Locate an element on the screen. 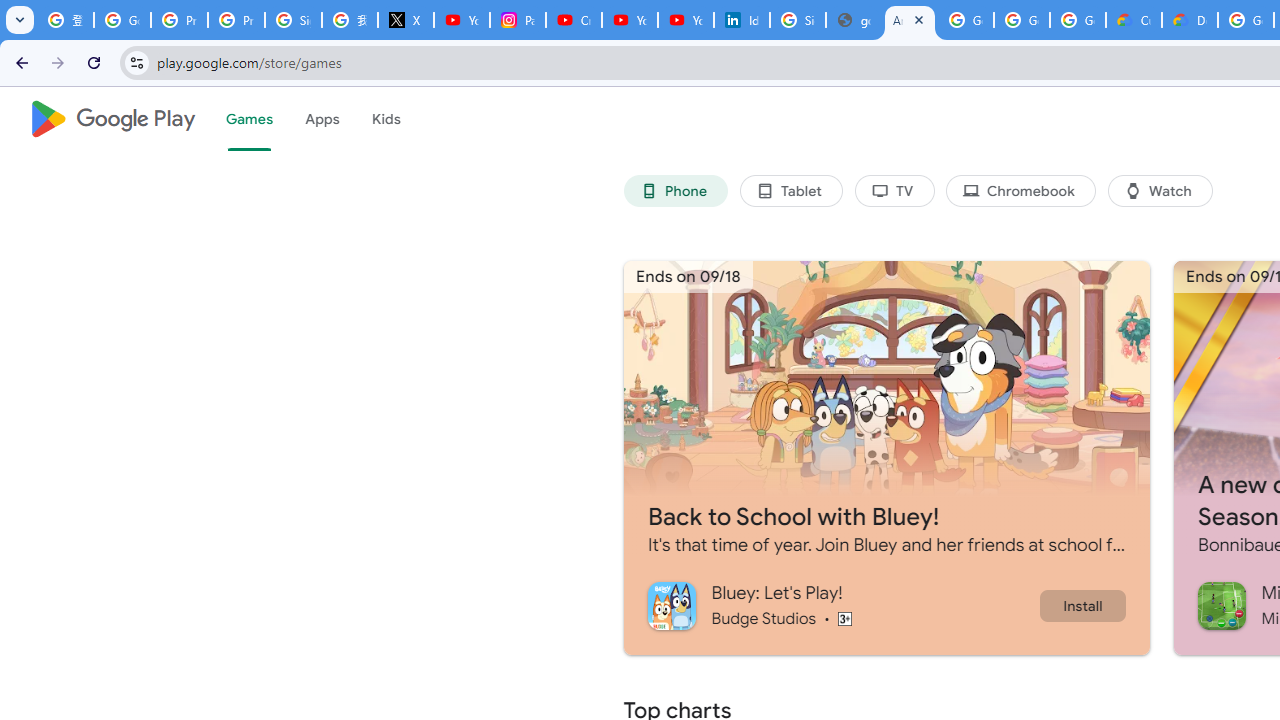 The width and height of the screenshot is (1280, 720). 'Games' is located at coordinates (247, 119).